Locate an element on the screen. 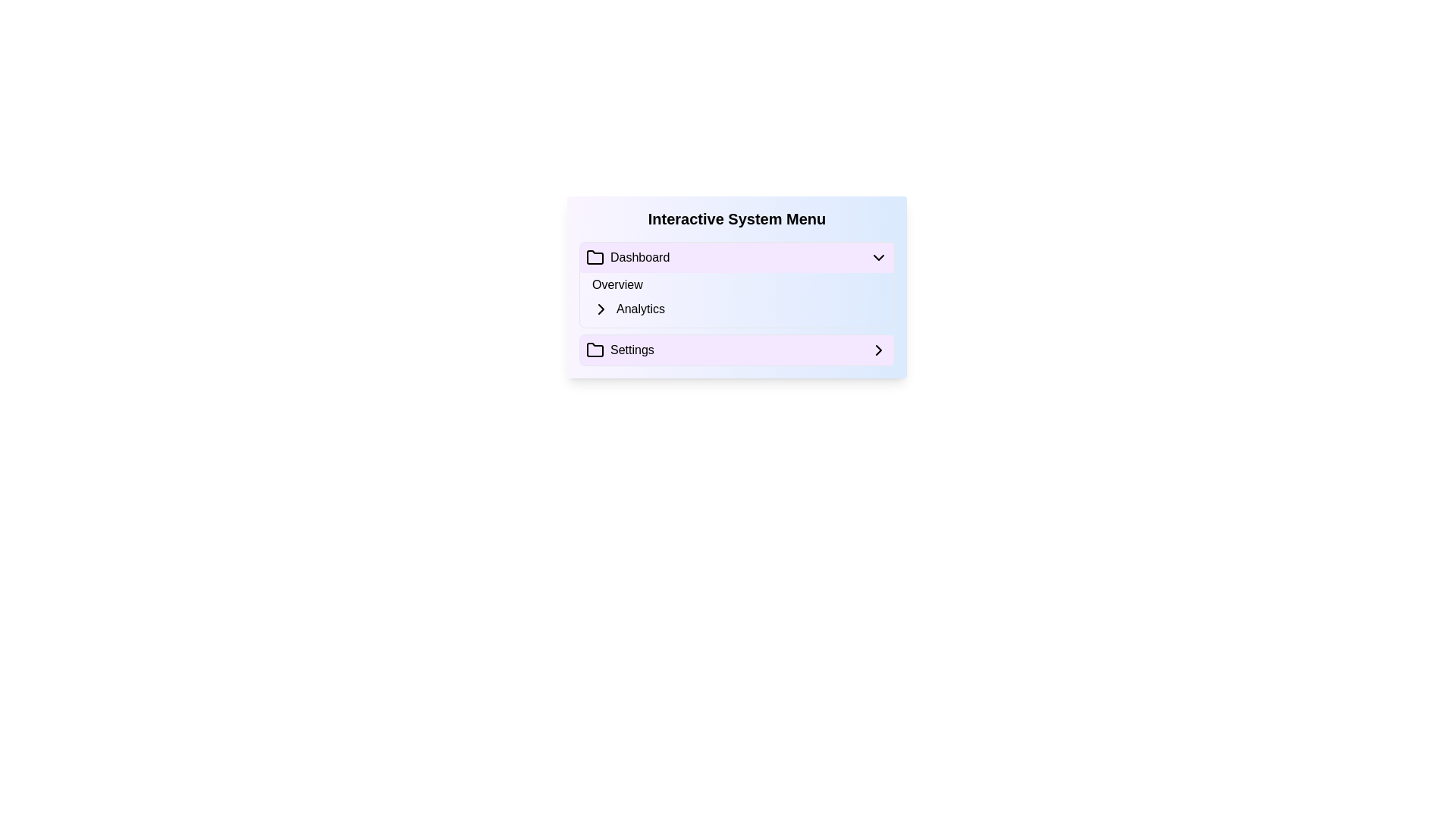 This screenshot has height=819, width=1456. the 'Settings' text label, which is displayed in bold within a light purple themed menu section, located at the bottom of the main menu panel next to a folder icon is located at coordinates (632, 350).